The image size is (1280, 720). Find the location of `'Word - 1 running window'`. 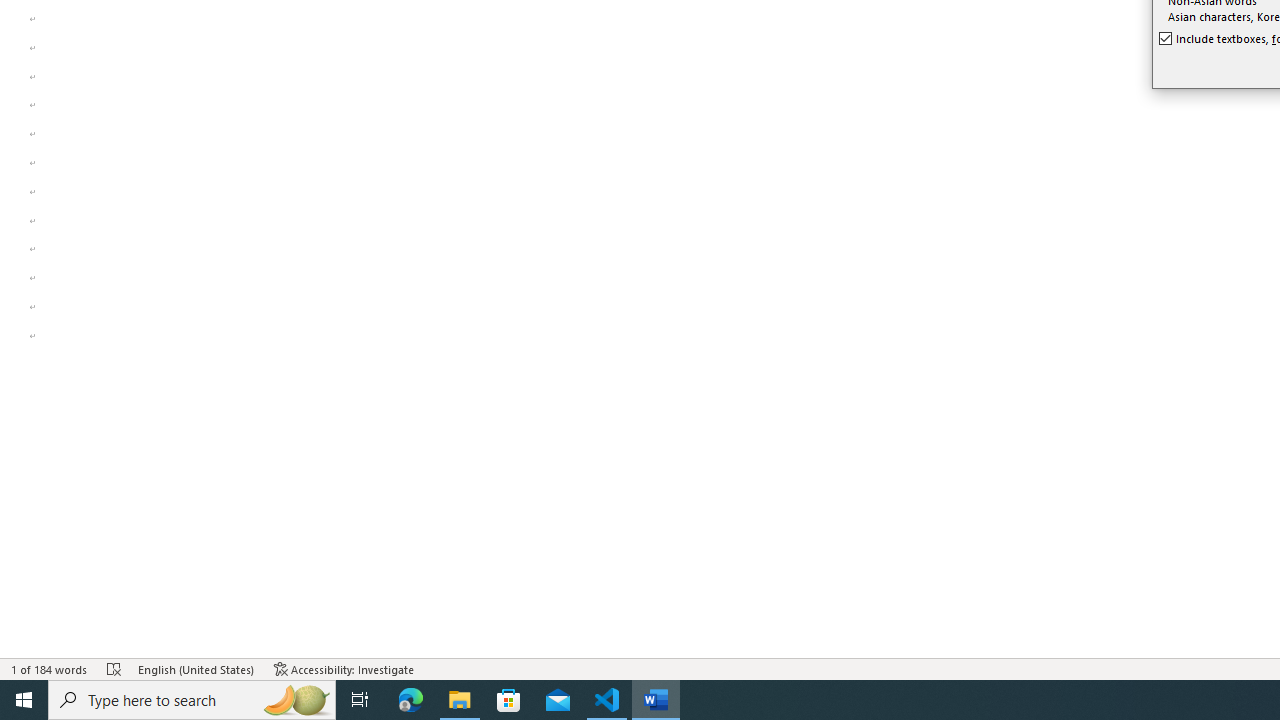

'Word - 1 running window' is located at coordinates (656, 698).